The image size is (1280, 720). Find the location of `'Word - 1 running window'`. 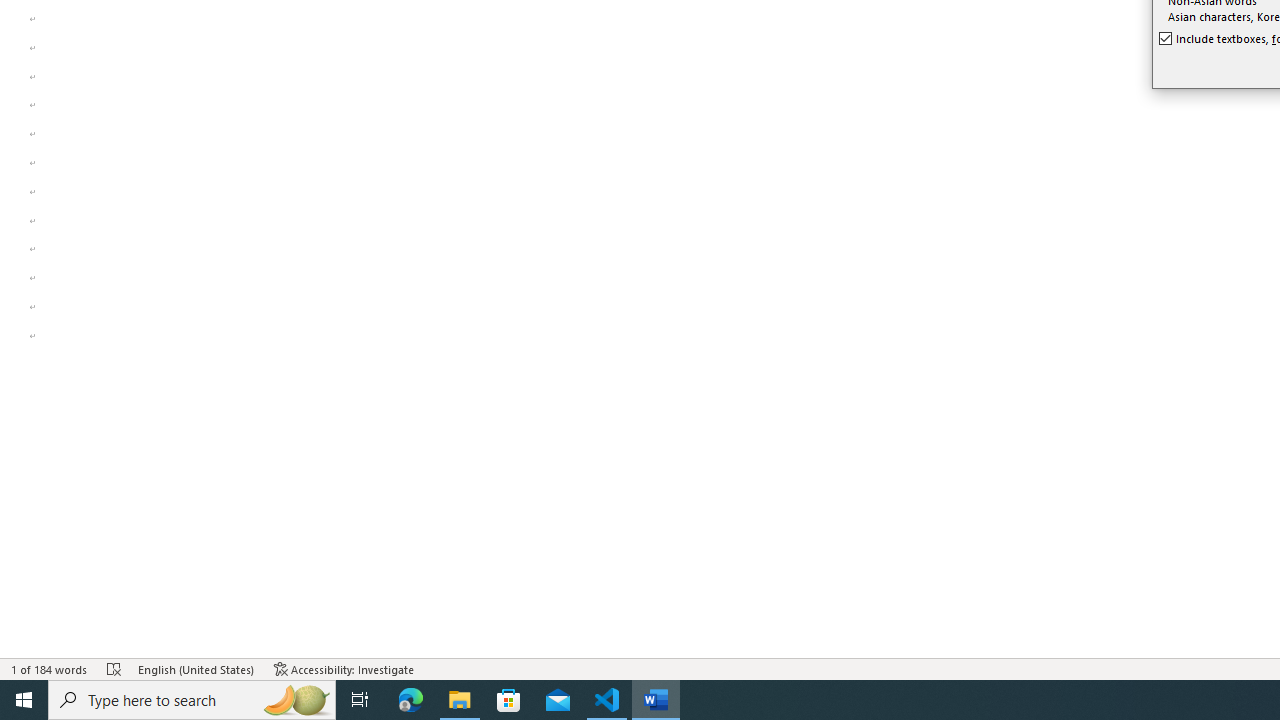

'Word - 1 running window' is located at coordinates (656, 698).